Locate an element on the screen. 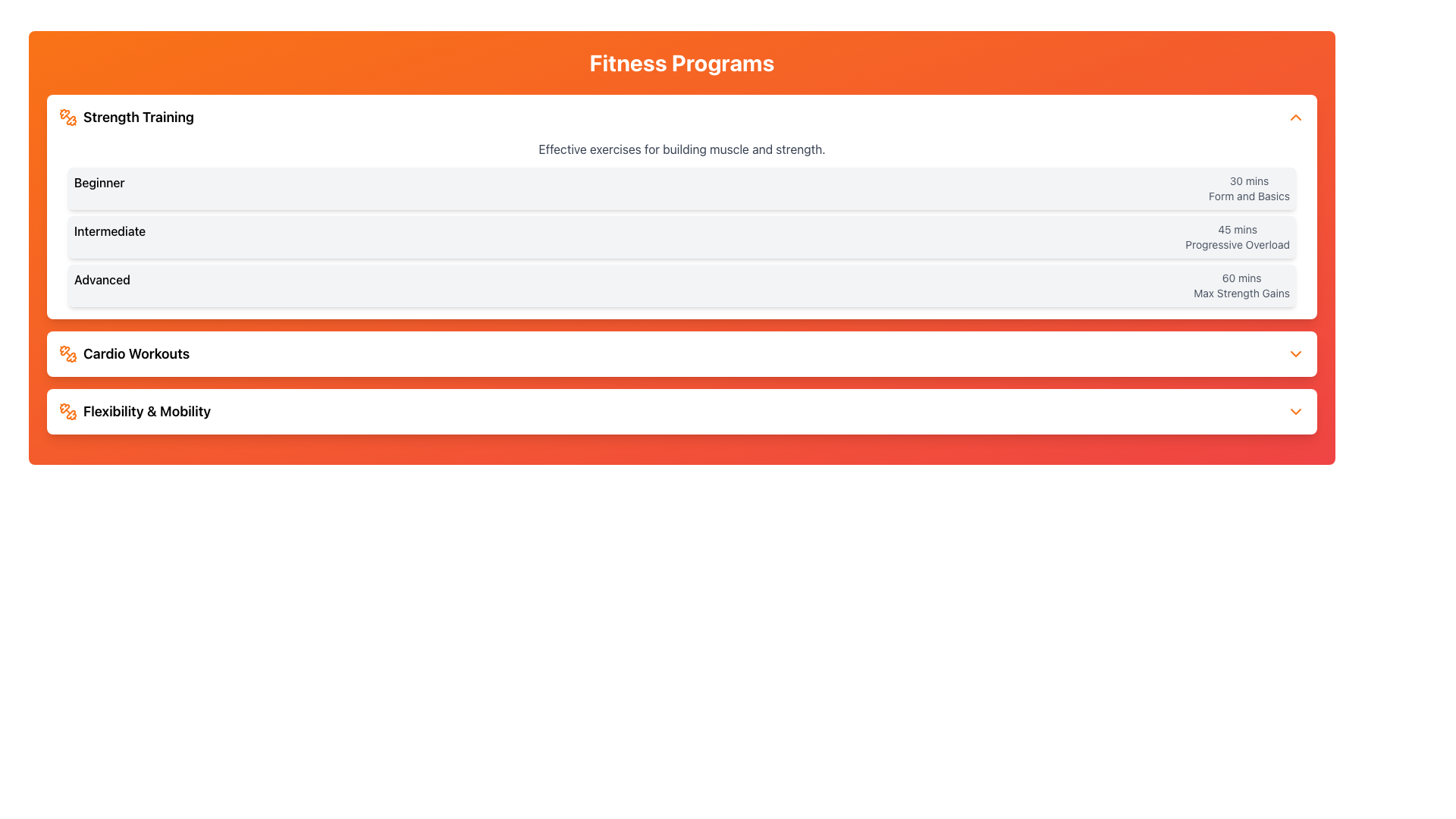 This screenshot has width=1456, height=819. the dumbbell icon in the 'Cardio Workouts' section, which is orange and located to the left of the 'Cardio Workouts' text label is located at coordinates (67, 353).